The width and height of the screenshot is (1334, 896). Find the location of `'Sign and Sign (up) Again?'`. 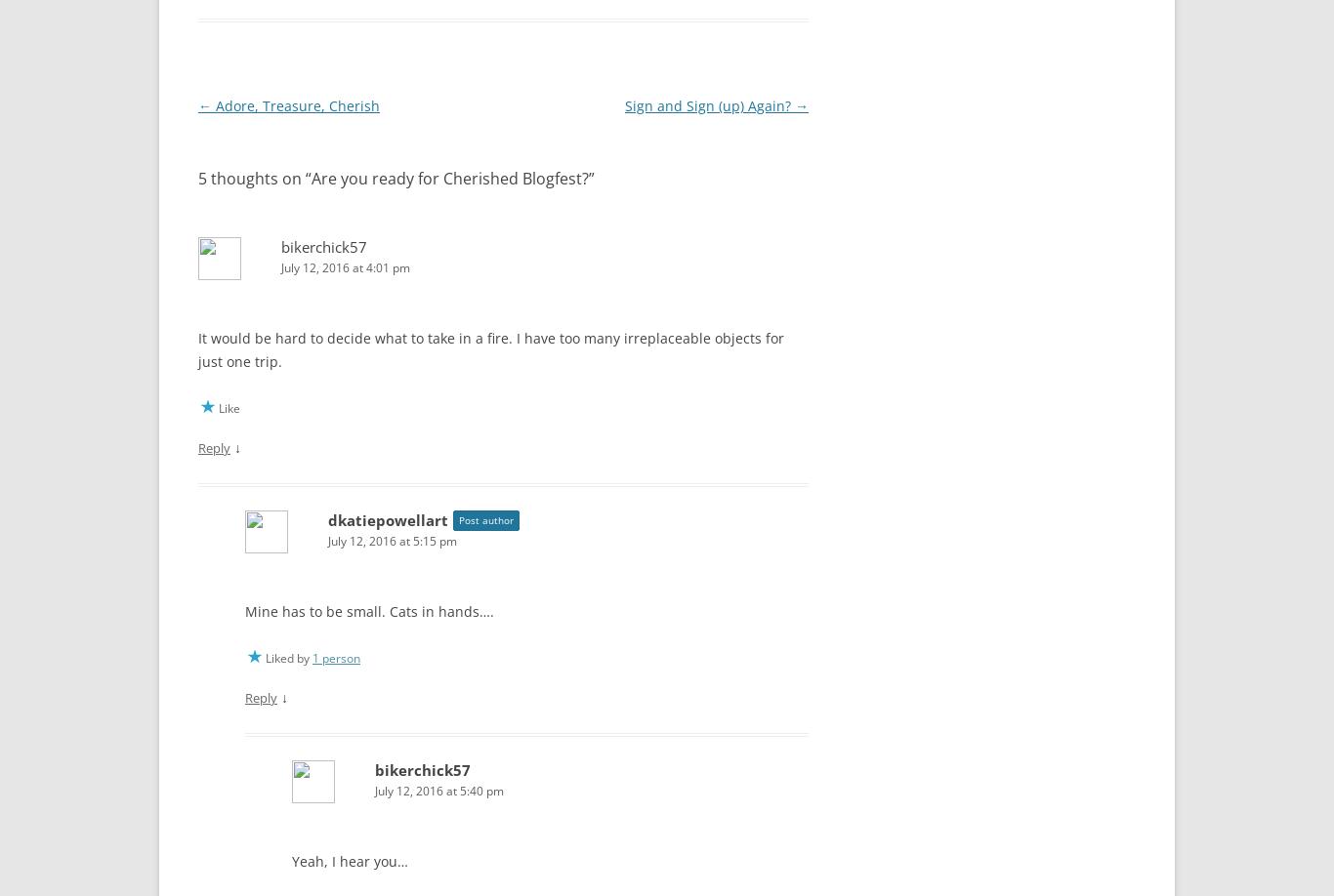

'Sign and Sign (up) Again?' is located at coordinates (623, 100).